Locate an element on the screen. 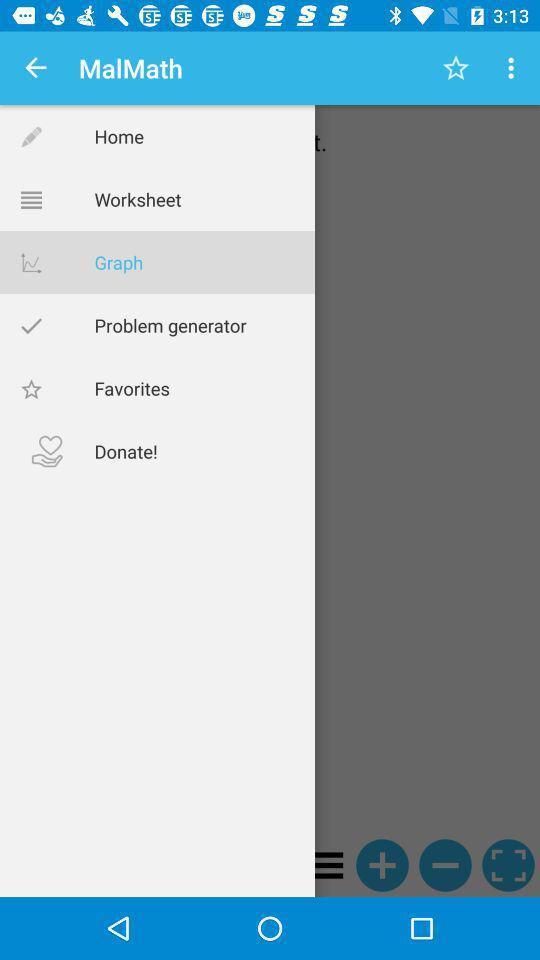 The image size is (540, 960). the add icon is located at coordinates (382, 864).